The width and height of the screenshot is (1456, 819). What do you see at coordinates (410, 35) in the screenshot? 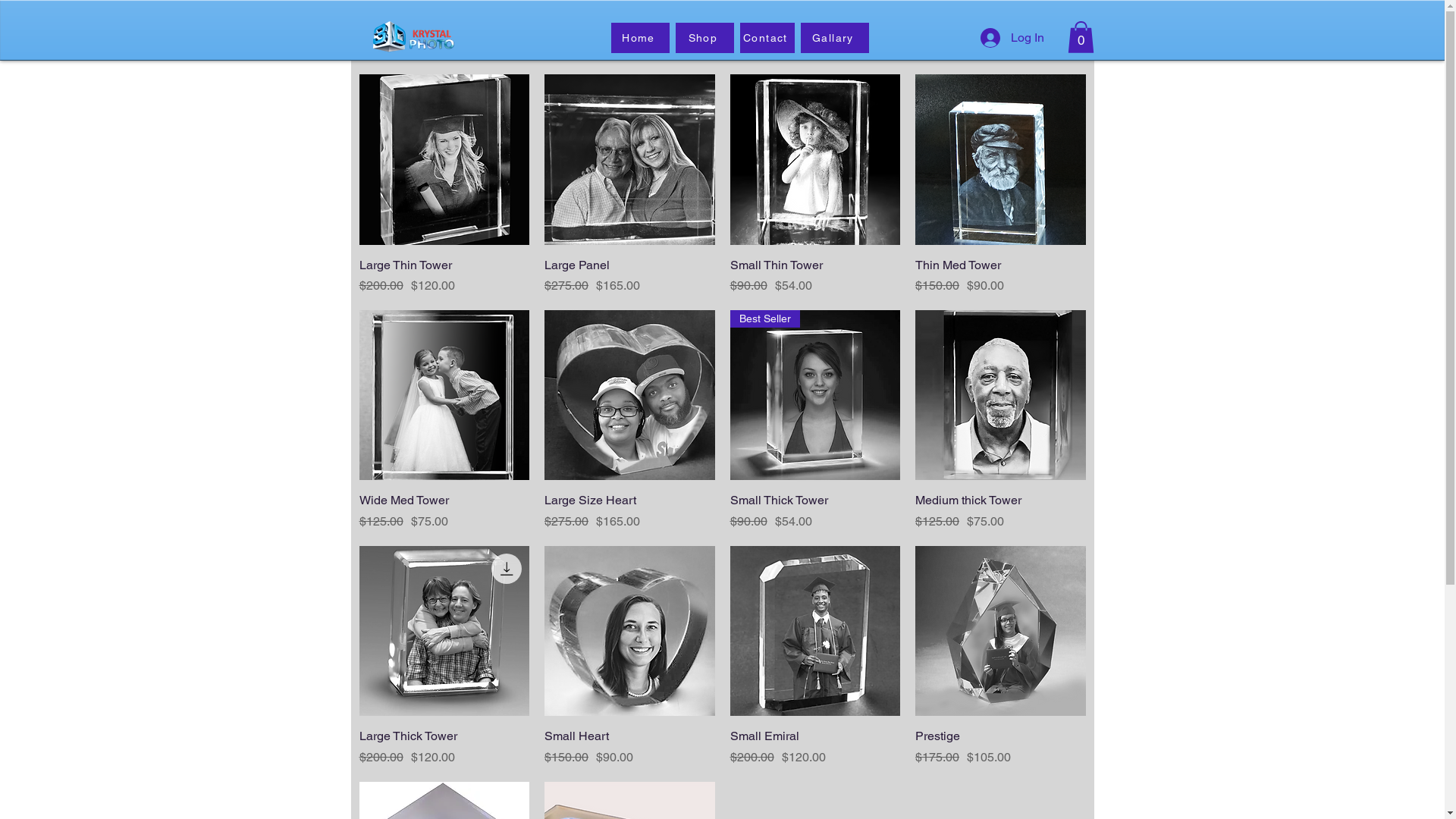
I see `'3D Logo-1.png'` at bounding box center [410, 35].